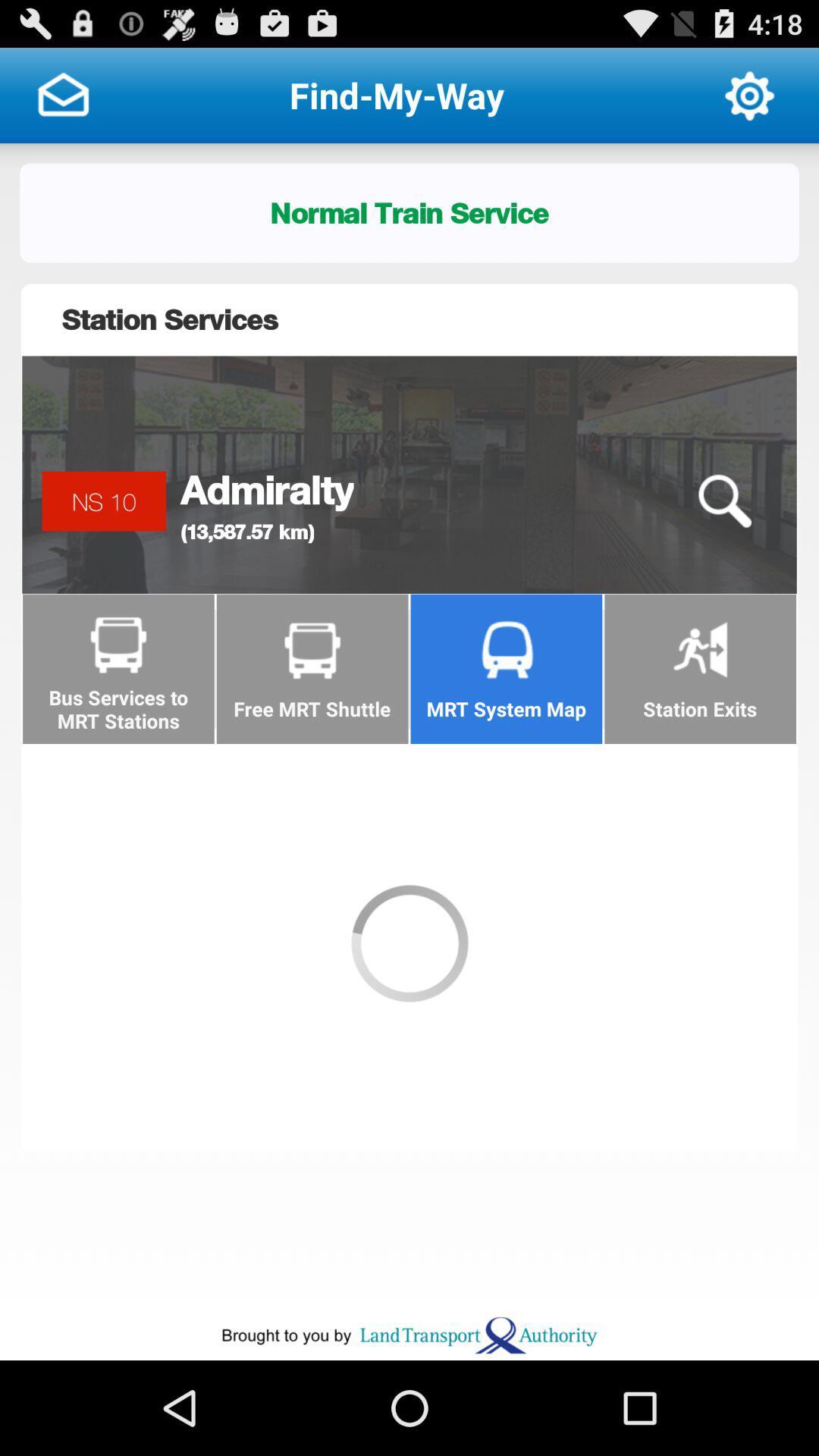 Image resolution: width=819 pixels, height=1456 pixels. I want to click on app next to the find-my-way, so click(748, 94).